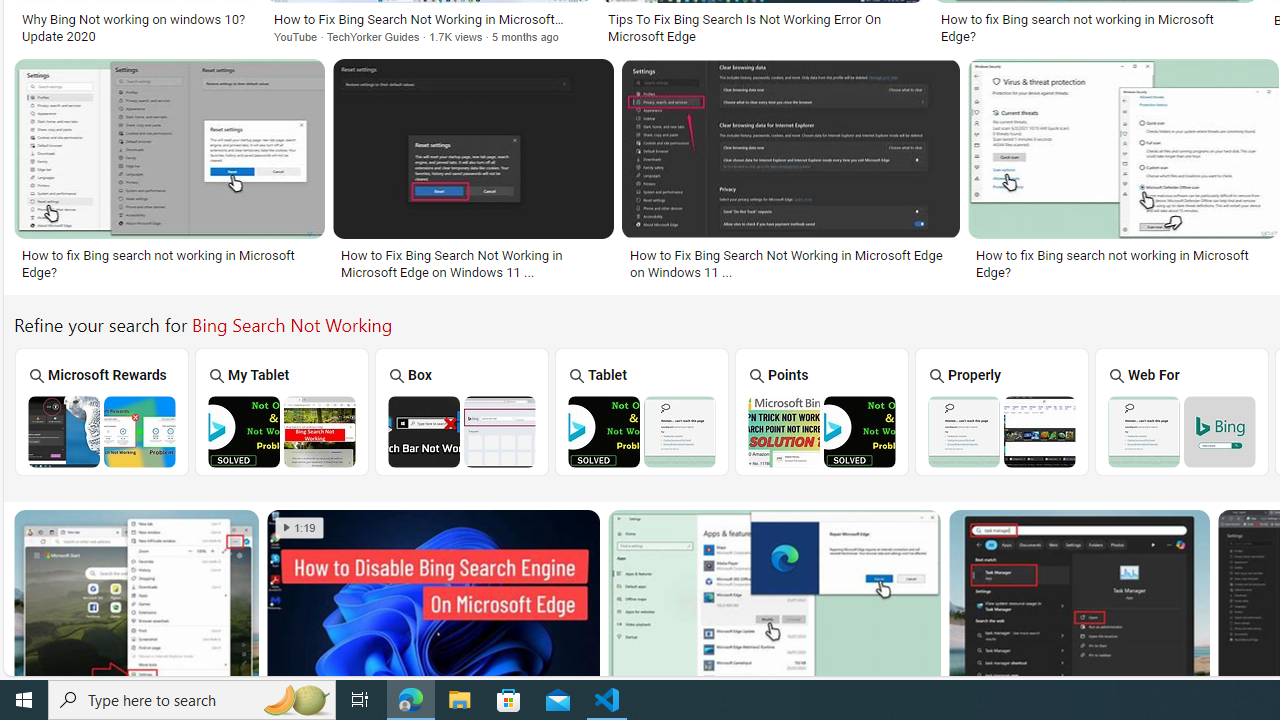  What do you see at coordinates (134, 27) in the screenshot?
I see `'Why Bing Not working on windows 10? Update 2020'` at bounding box center [134, 27].